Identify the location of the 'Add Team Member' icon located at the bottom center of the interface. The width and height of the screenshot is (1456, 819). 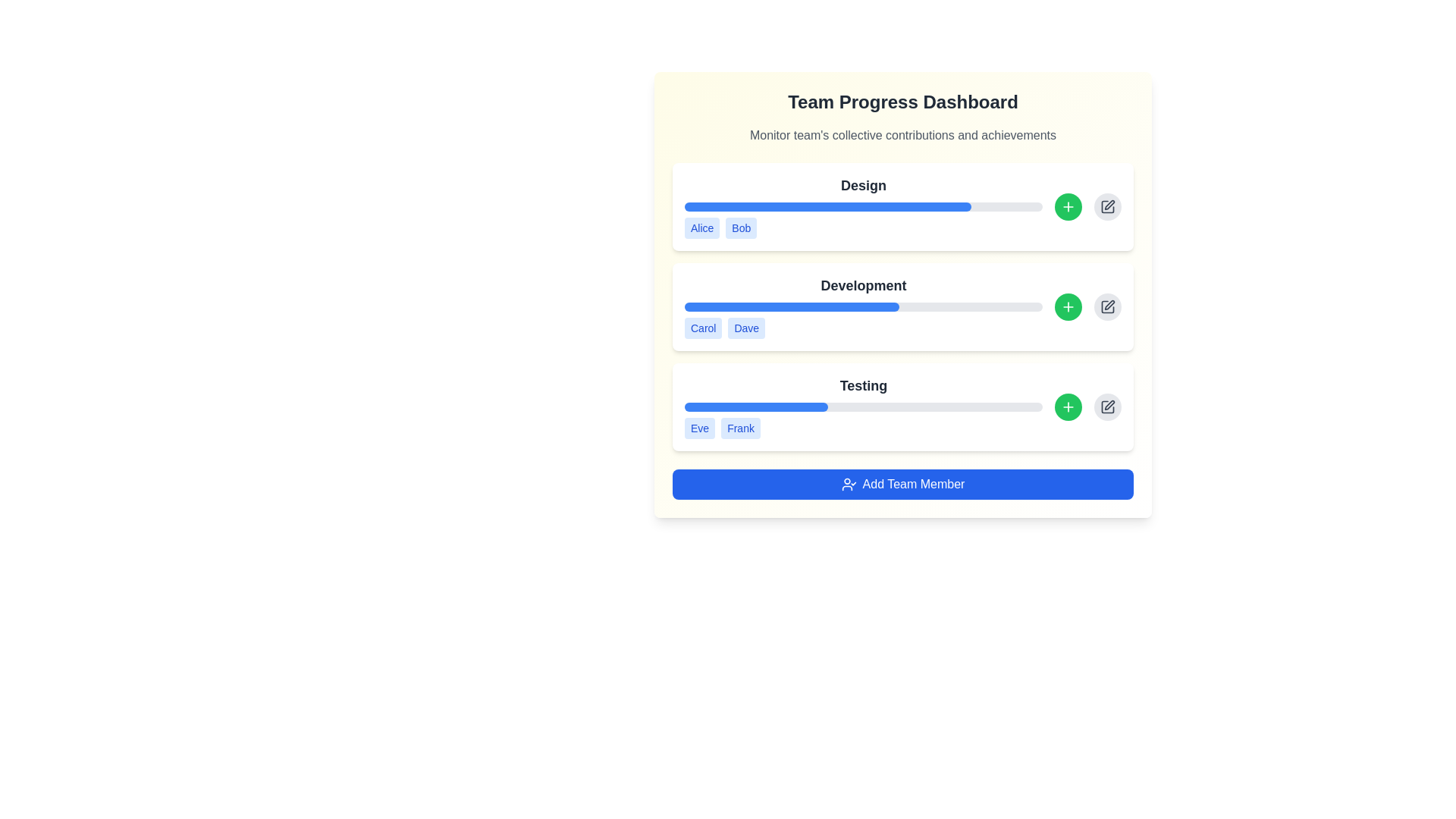
(848, 485).